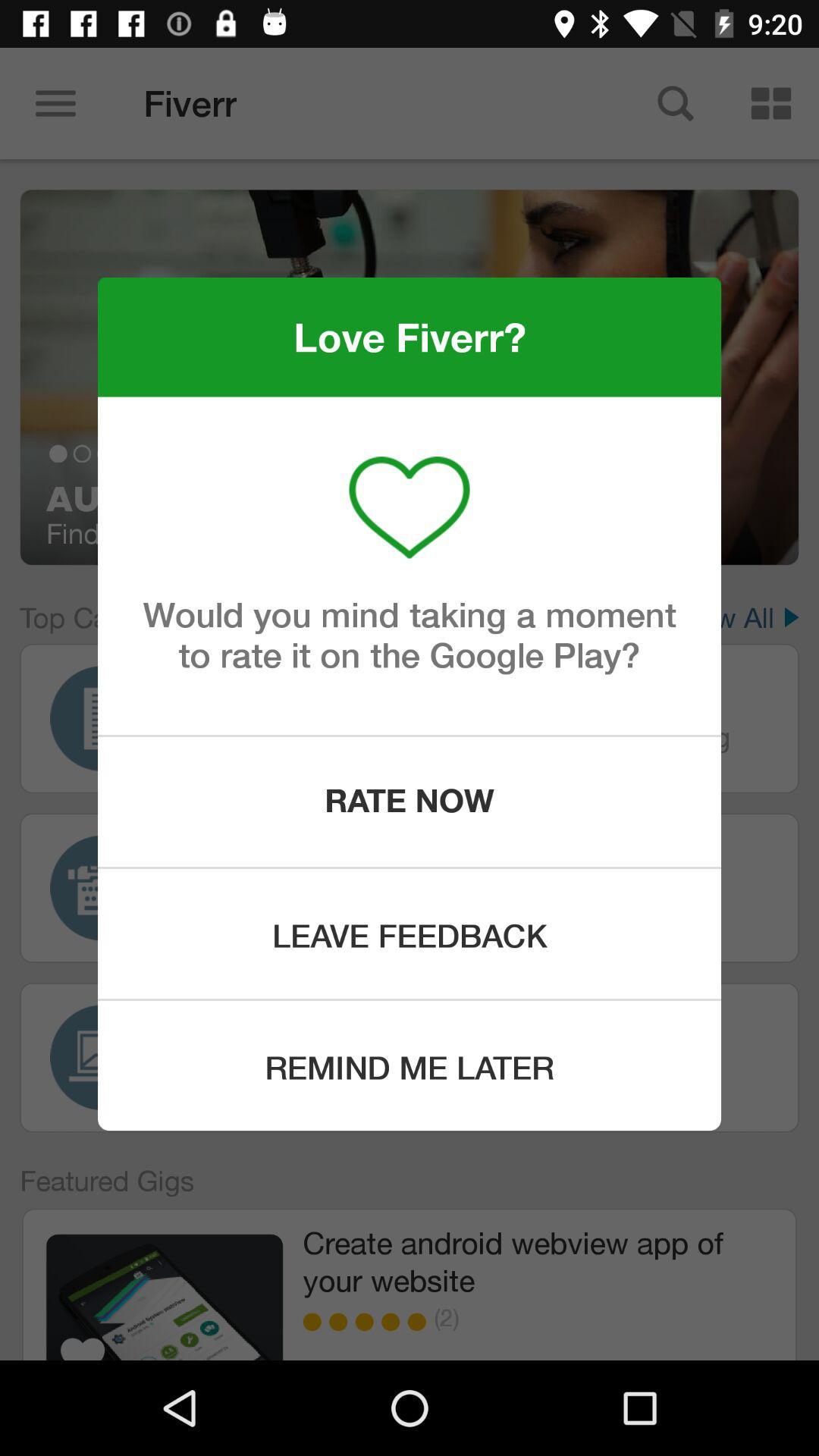 The image size is (819, 1456). I want to click on the leave feedback icon, so click(409, 933).